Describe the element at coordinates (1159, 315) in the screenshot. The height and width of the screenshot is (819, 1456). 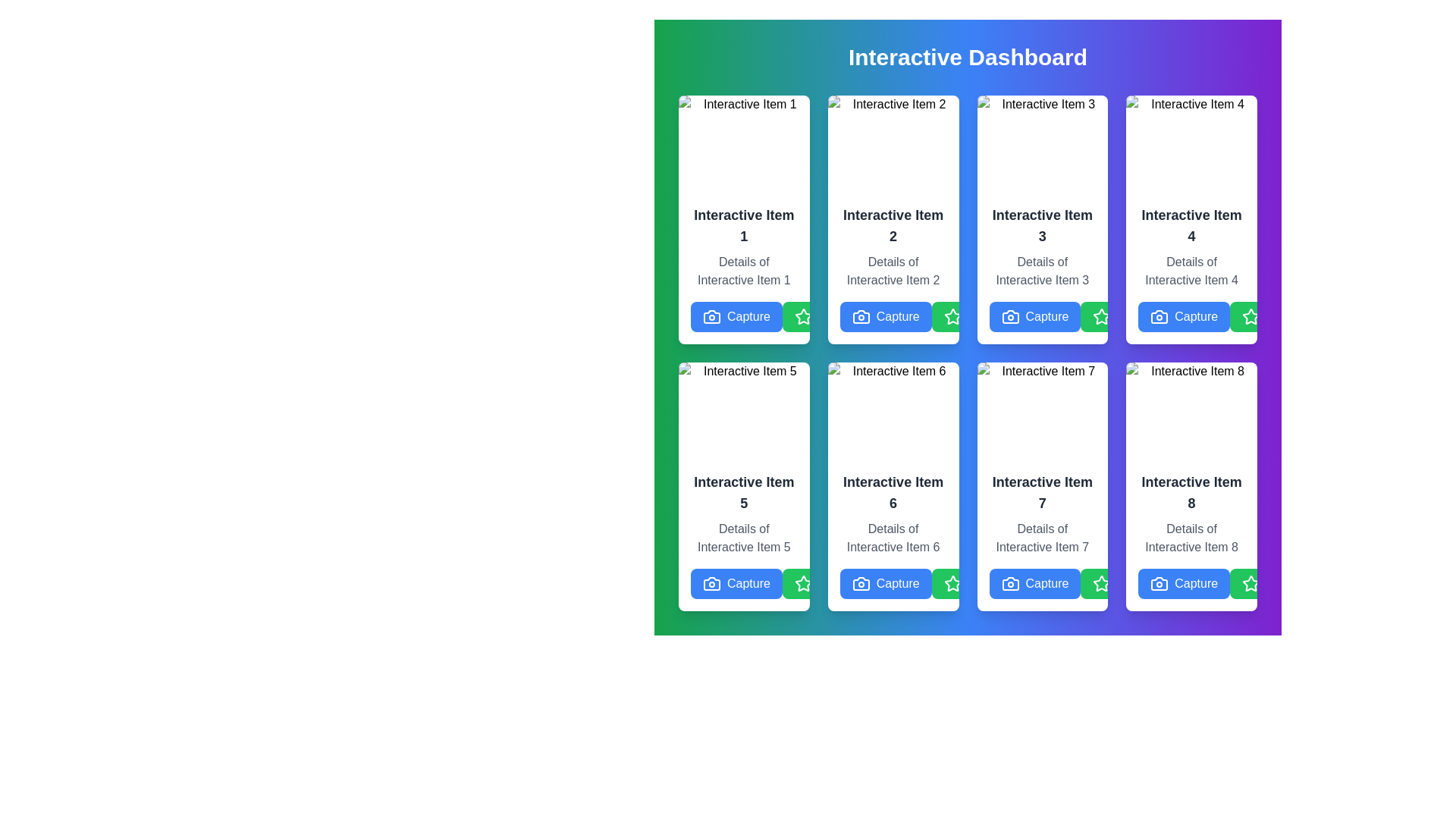
I see `the 'Capture' button located in the bottom-right corner of the button grid, which contains the icon symbolizing the action of capturing` at that location.